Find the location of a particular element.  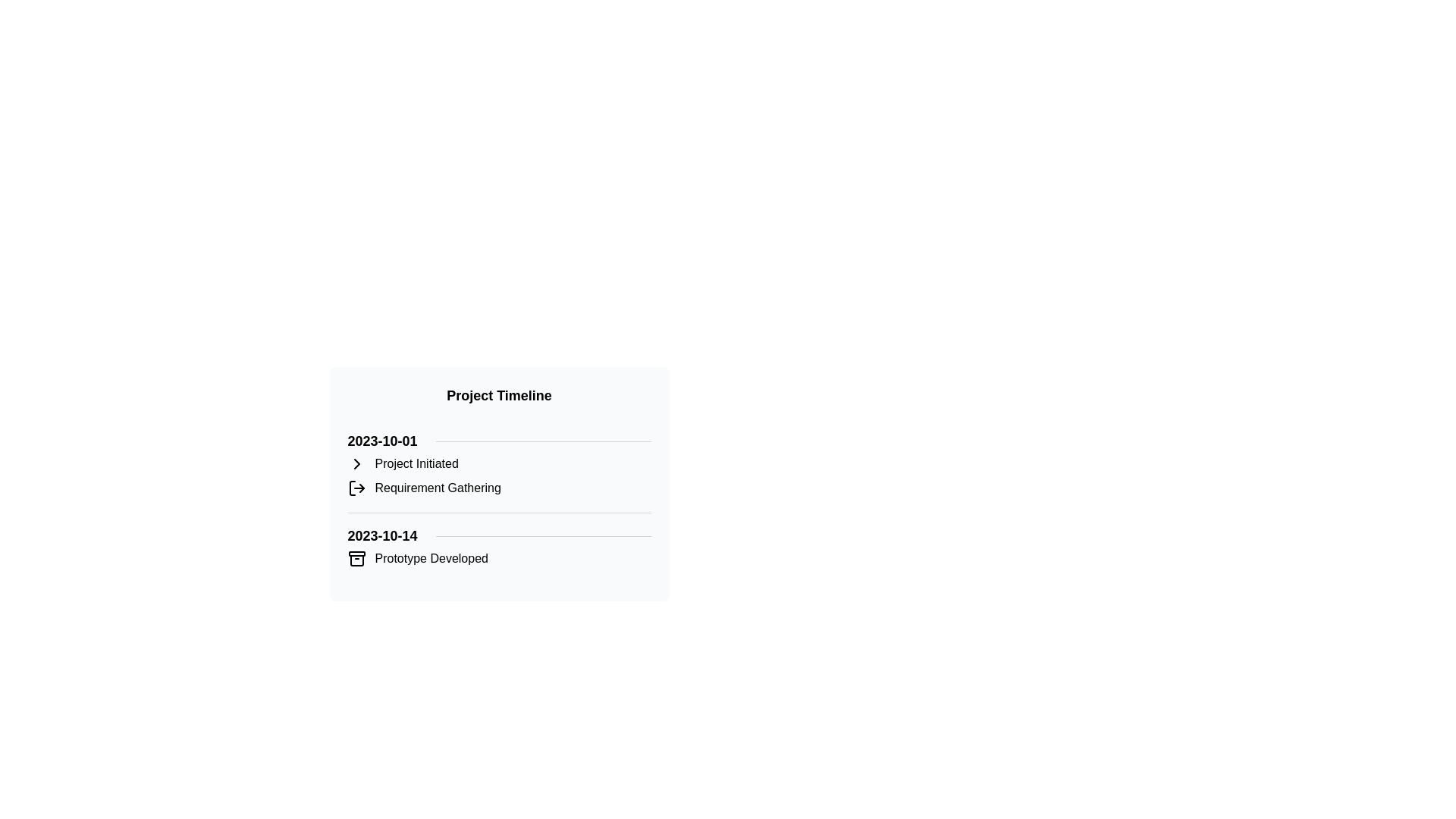

the right-facing chevron icon located to the left of the text 'Project Initiated' is located at coordinates (356, 463).